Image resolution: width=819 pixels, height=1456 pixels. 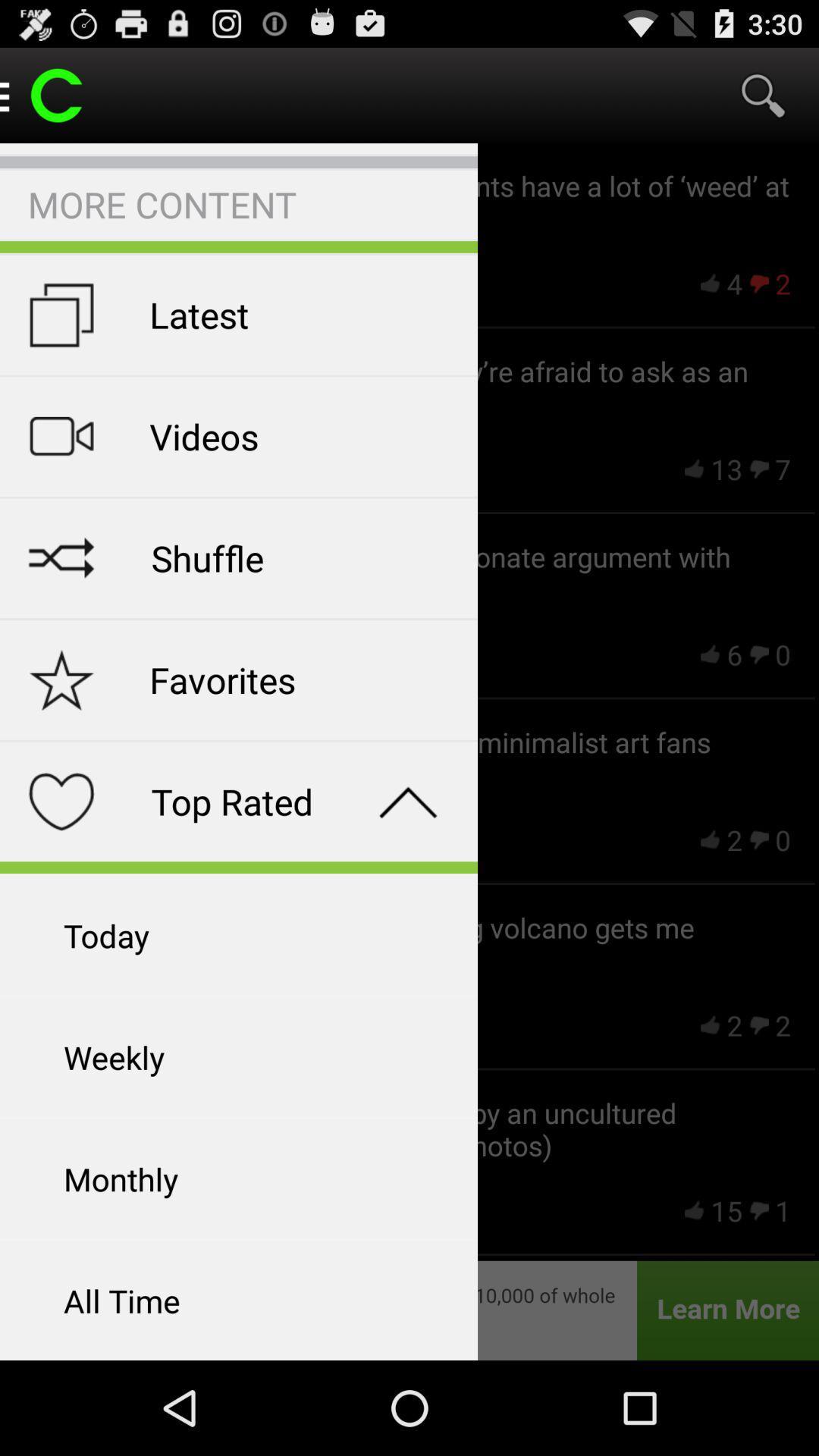 I want to click on the like button which is infront of the number 13, so click(x=694, y=468).